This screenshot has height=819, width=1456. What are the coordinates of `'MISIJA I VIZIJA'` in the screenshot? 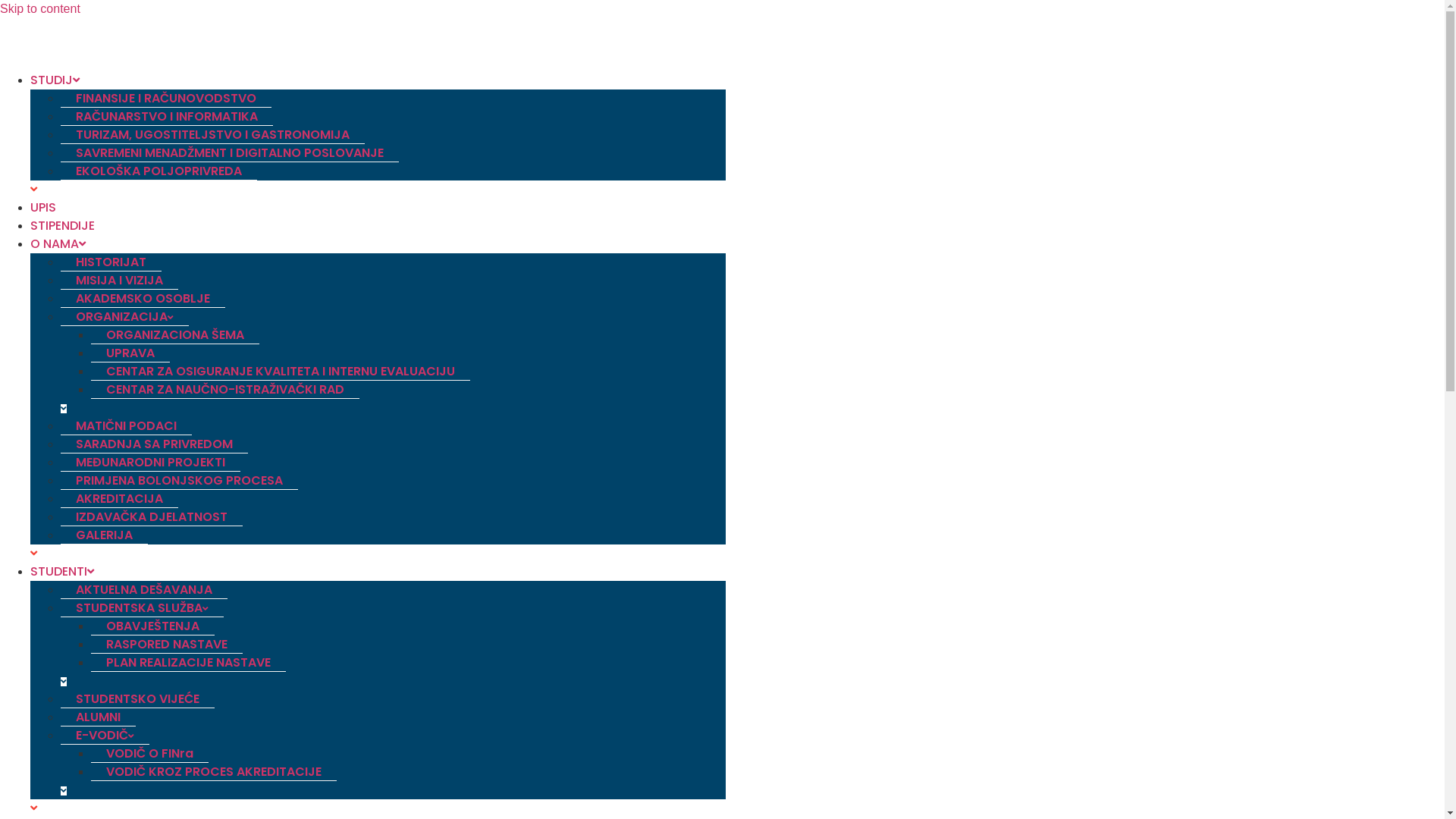 It's located at (118, 281).